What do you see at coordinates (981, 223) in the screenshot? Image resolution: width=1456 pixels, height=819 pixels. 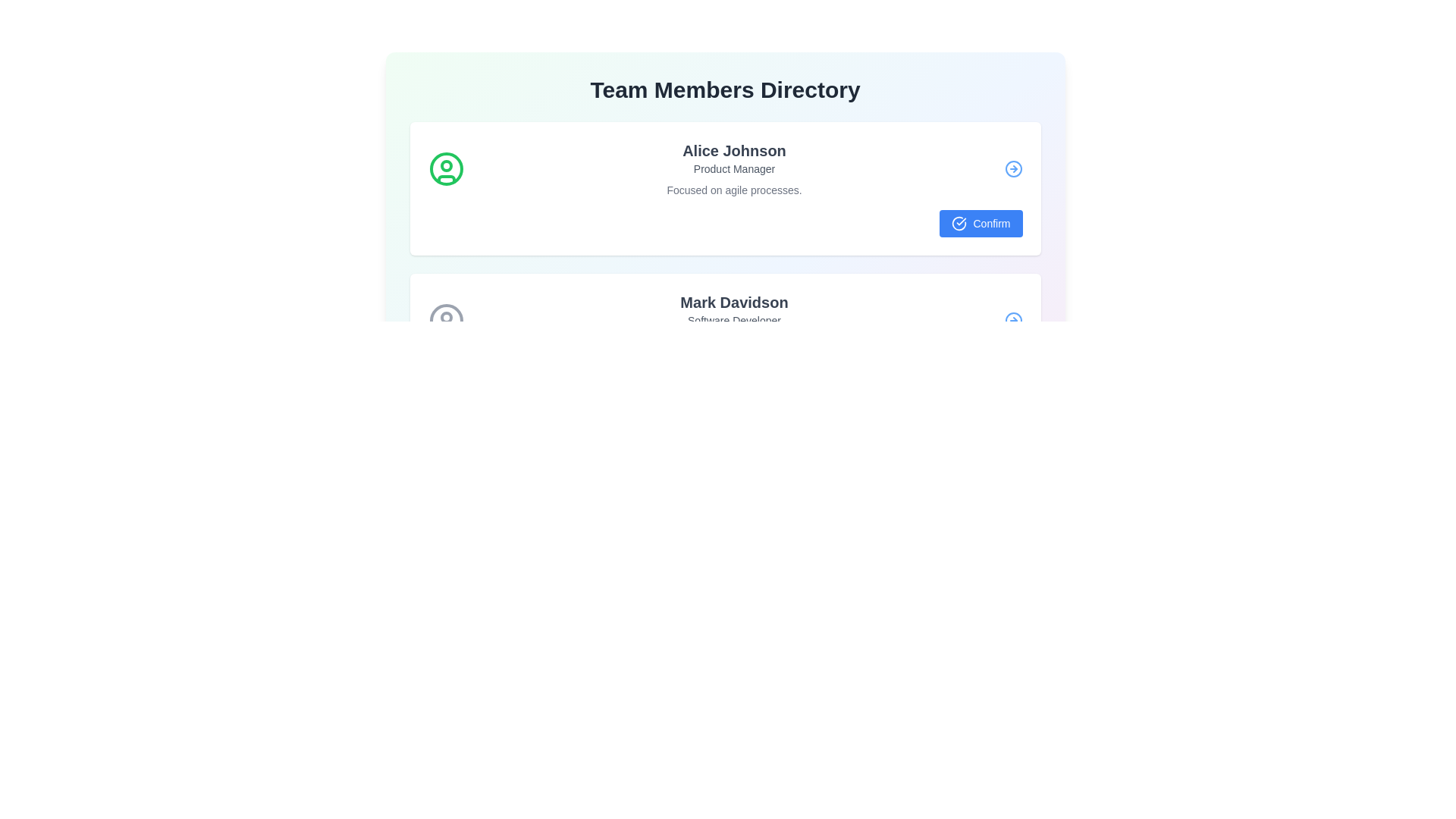 I see `confirm button for Alice Johnson` at bounding box center [981, 223].